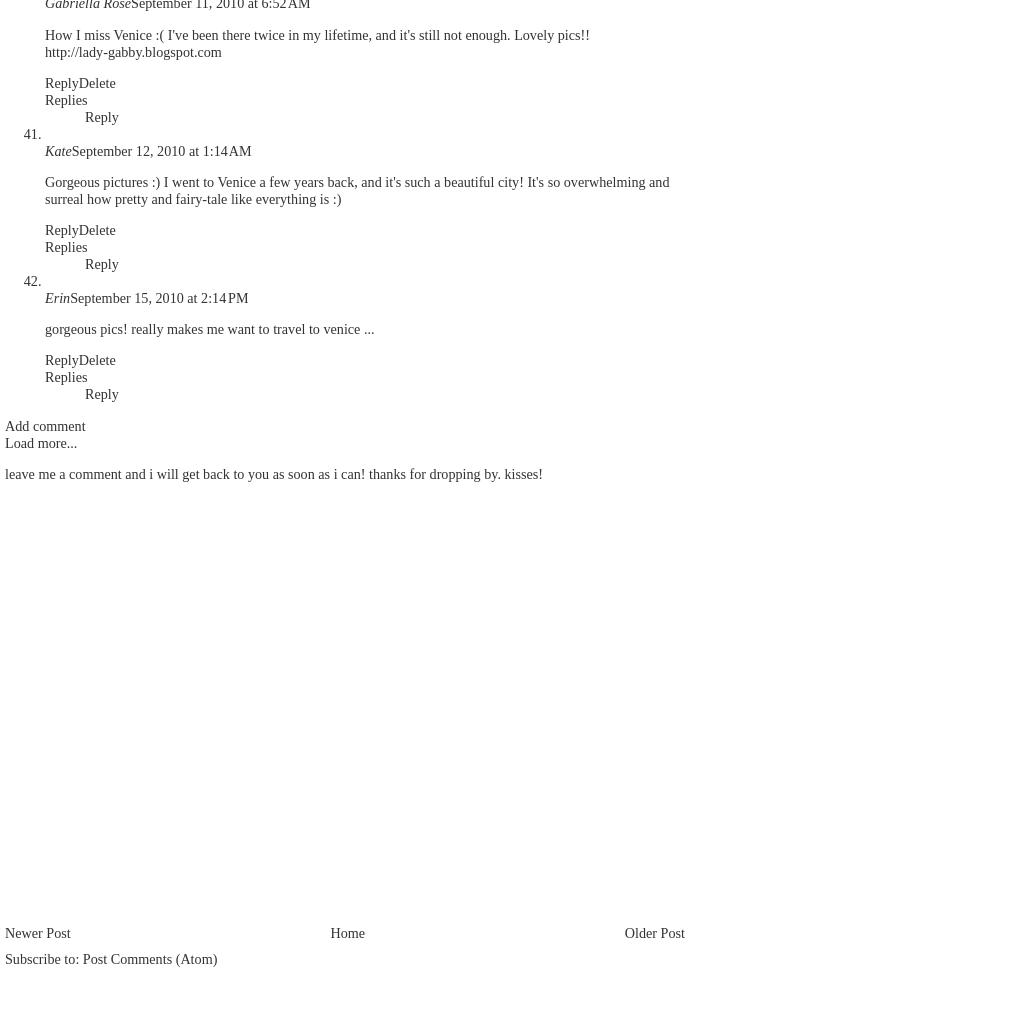  What do you see at coordinates (56, 149) in the screenshot?
I see `'Kate'` at bounding box center [56, 149].